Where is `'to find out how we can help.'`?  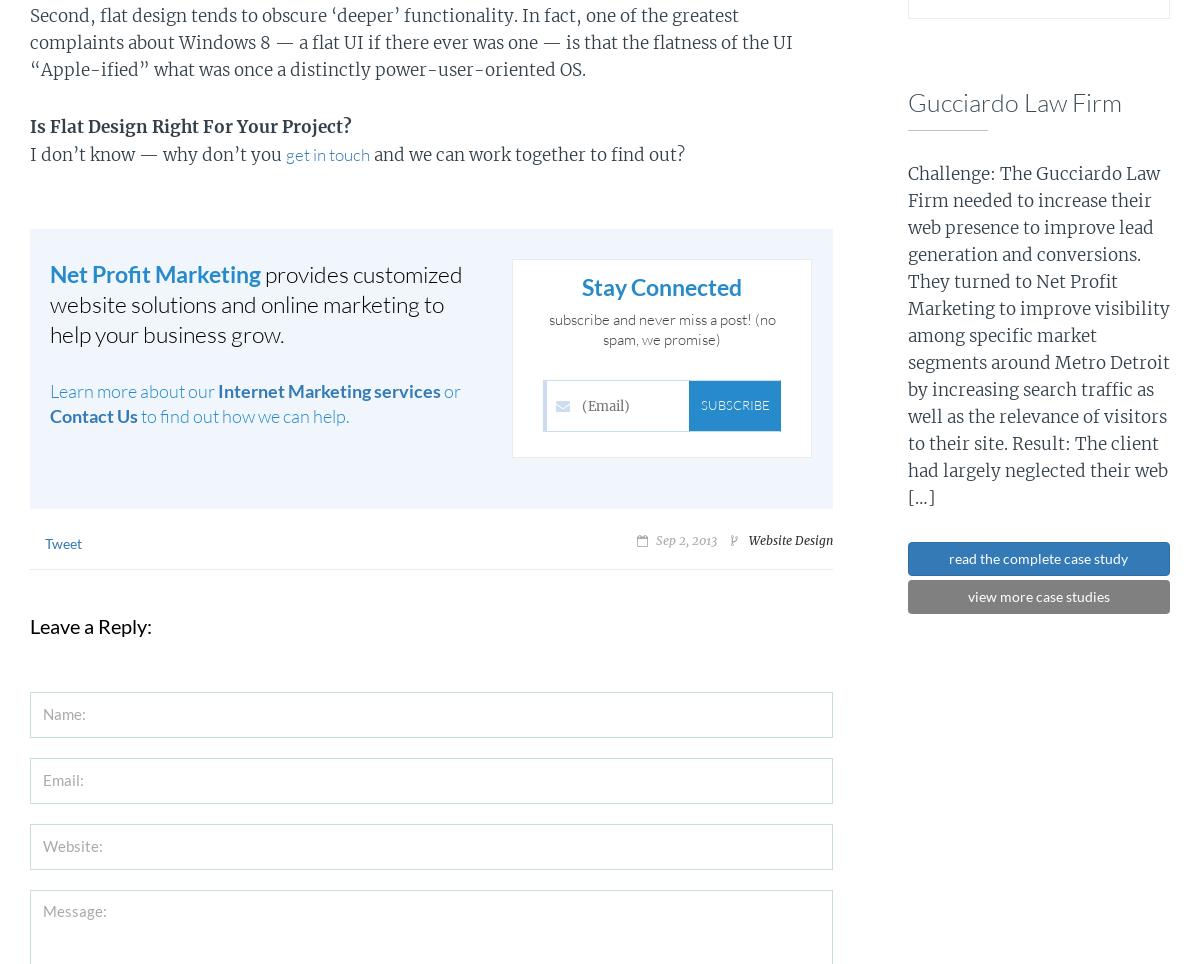
'to find out how we can help.' is located at coordinates (242, 414).